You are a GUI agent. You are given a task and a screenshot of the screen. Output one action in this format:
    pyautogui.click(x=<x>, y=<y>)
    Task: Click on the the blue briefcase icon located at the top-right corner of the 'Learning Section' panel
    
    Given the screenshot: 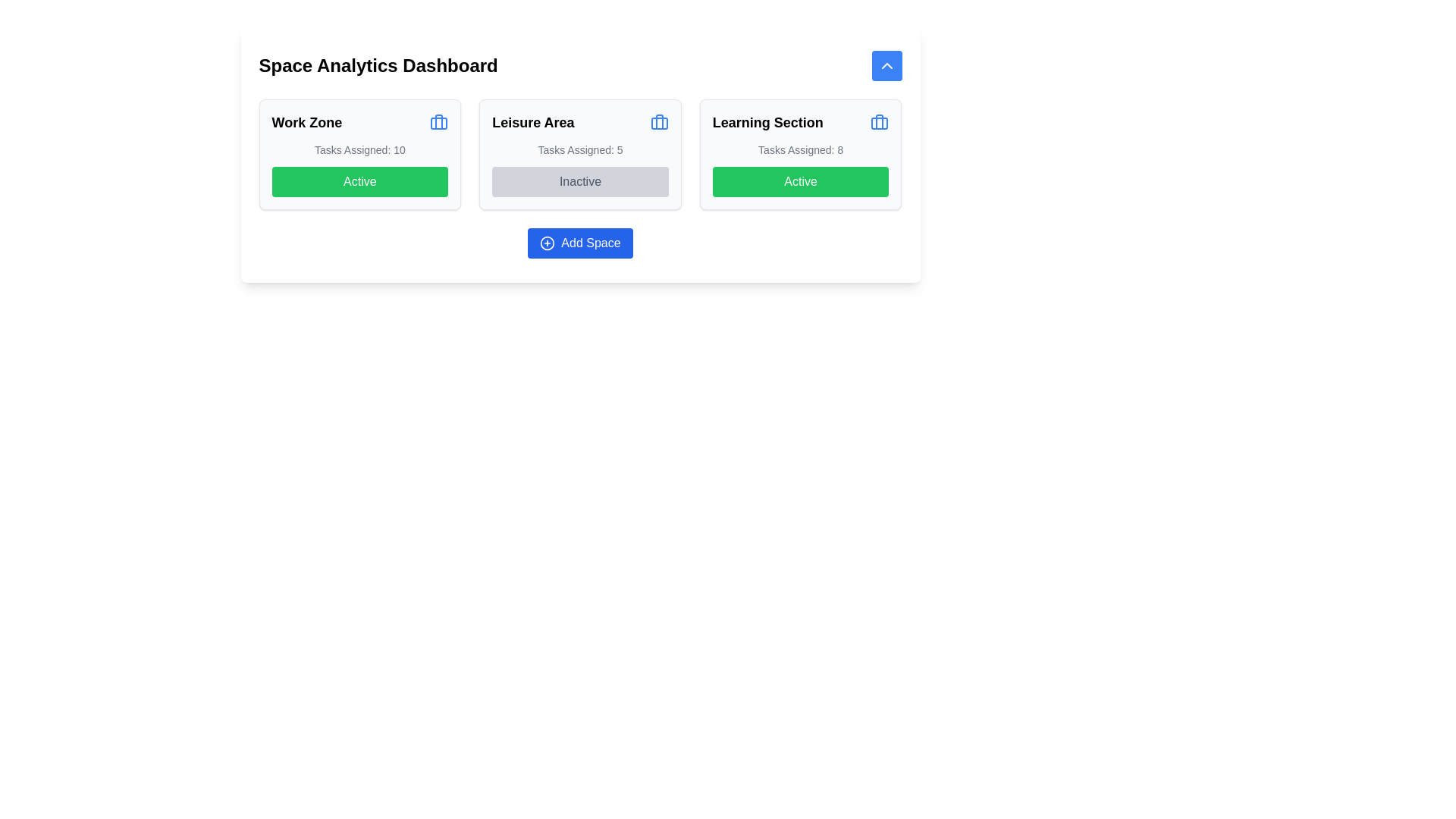 What is the action you would take?
    pyautogui.click(x=880, y=122)
    